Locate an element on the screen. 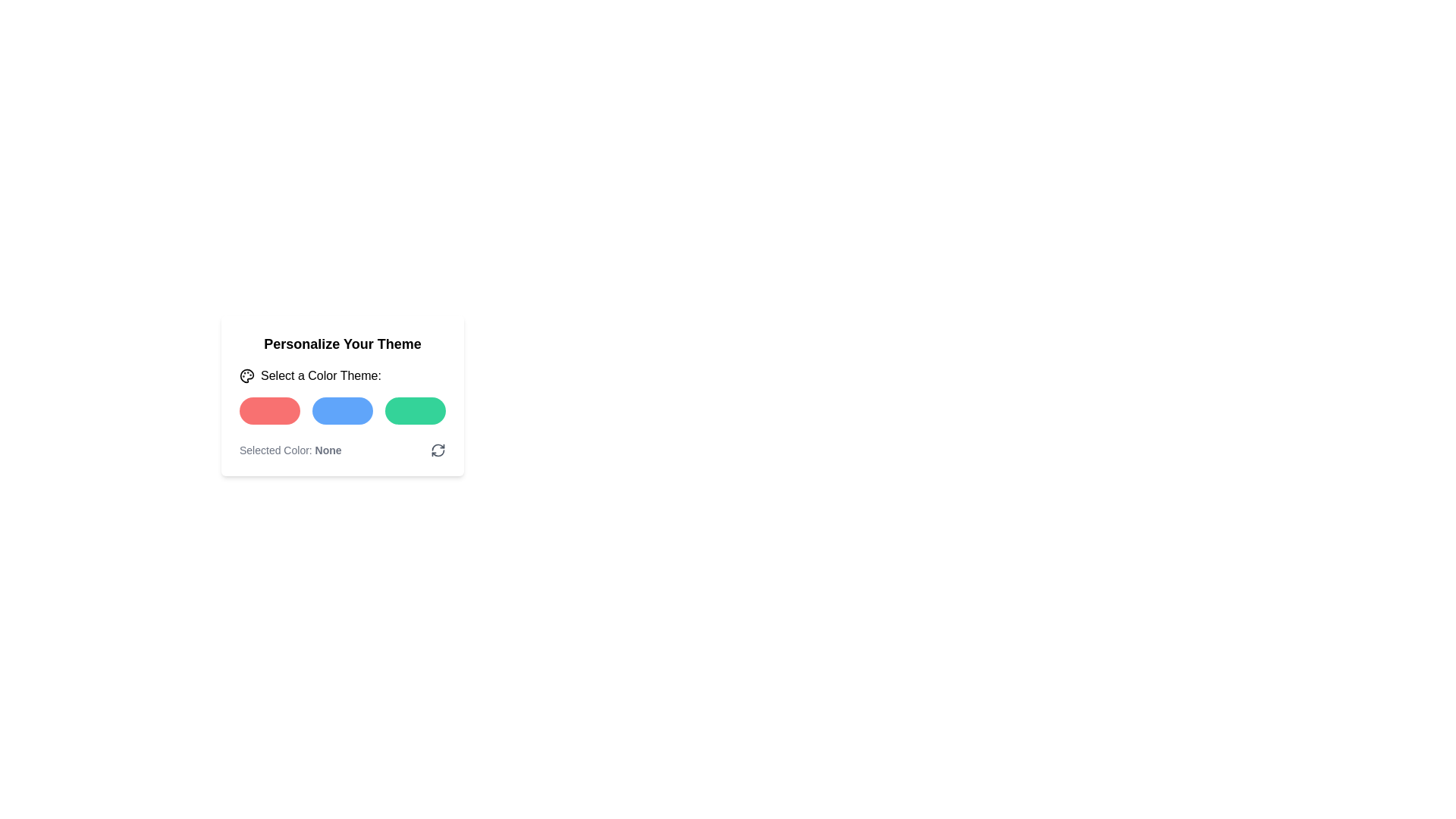 This screenshot has width=1456, height=819. the palette icon located in the top-left corner of the card with the text 'Personalize Your Theme'. The icon is characterized by its circular shape and four smaller circles representing paint wells is located at coordinates (247, 375).